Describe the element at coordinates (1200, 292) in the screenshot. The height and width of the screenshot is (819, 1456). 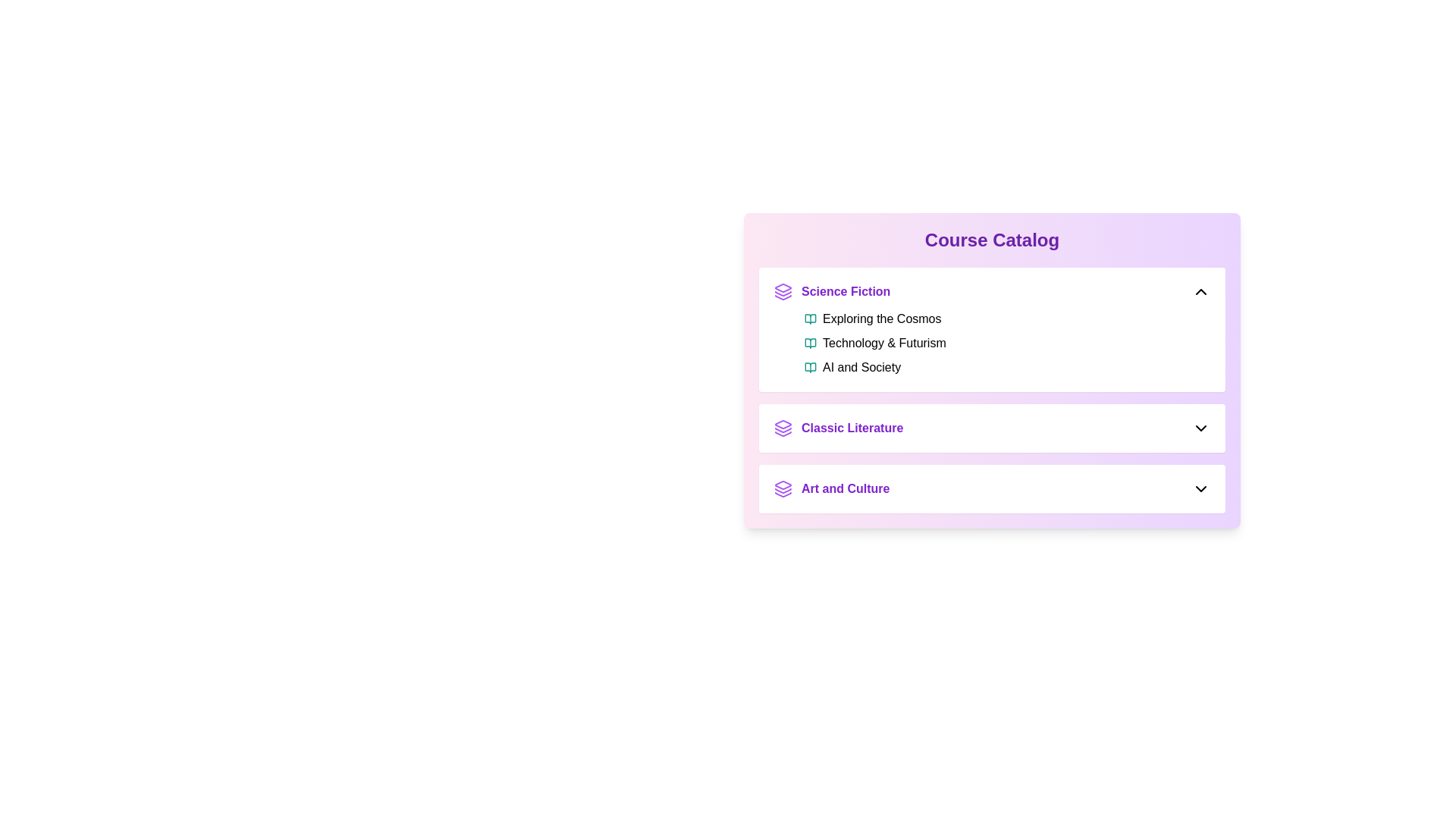
I see `the icon to expand or collapse the category Science Fiction` at that location.